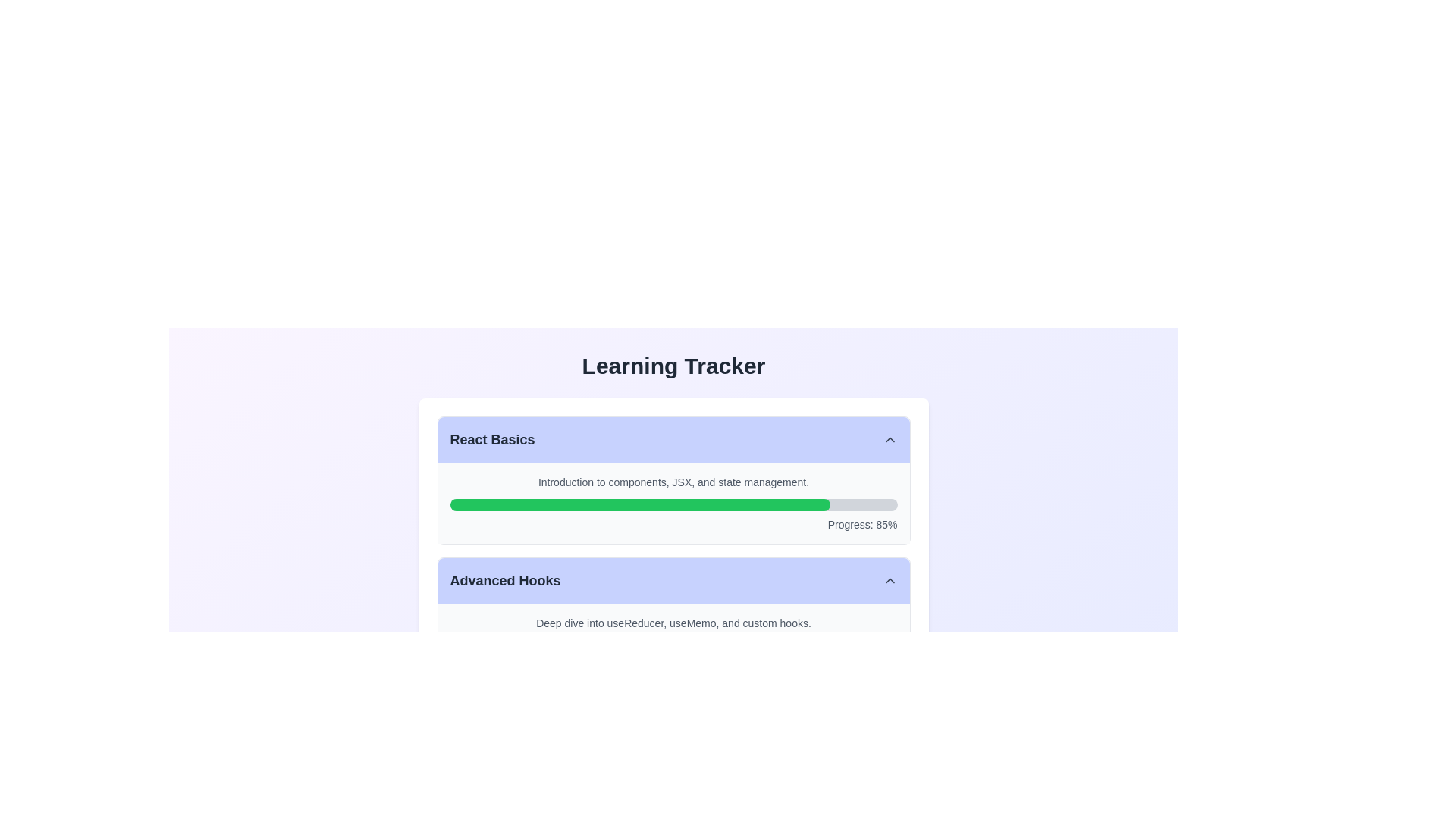 Image resolution: width=1456 pixels, height=819 pixels. Describe the element at coordinates (673, 505) in the screenshot. I see `the horizontal progress bar that is located below the text 'Introduction to components, JSX, and state management.' and above 'Progress: 85%' in the 'React Basics' section, which is characterized by a green-filled portion extending to 85% of its width and smooth rounded edges` at that location.